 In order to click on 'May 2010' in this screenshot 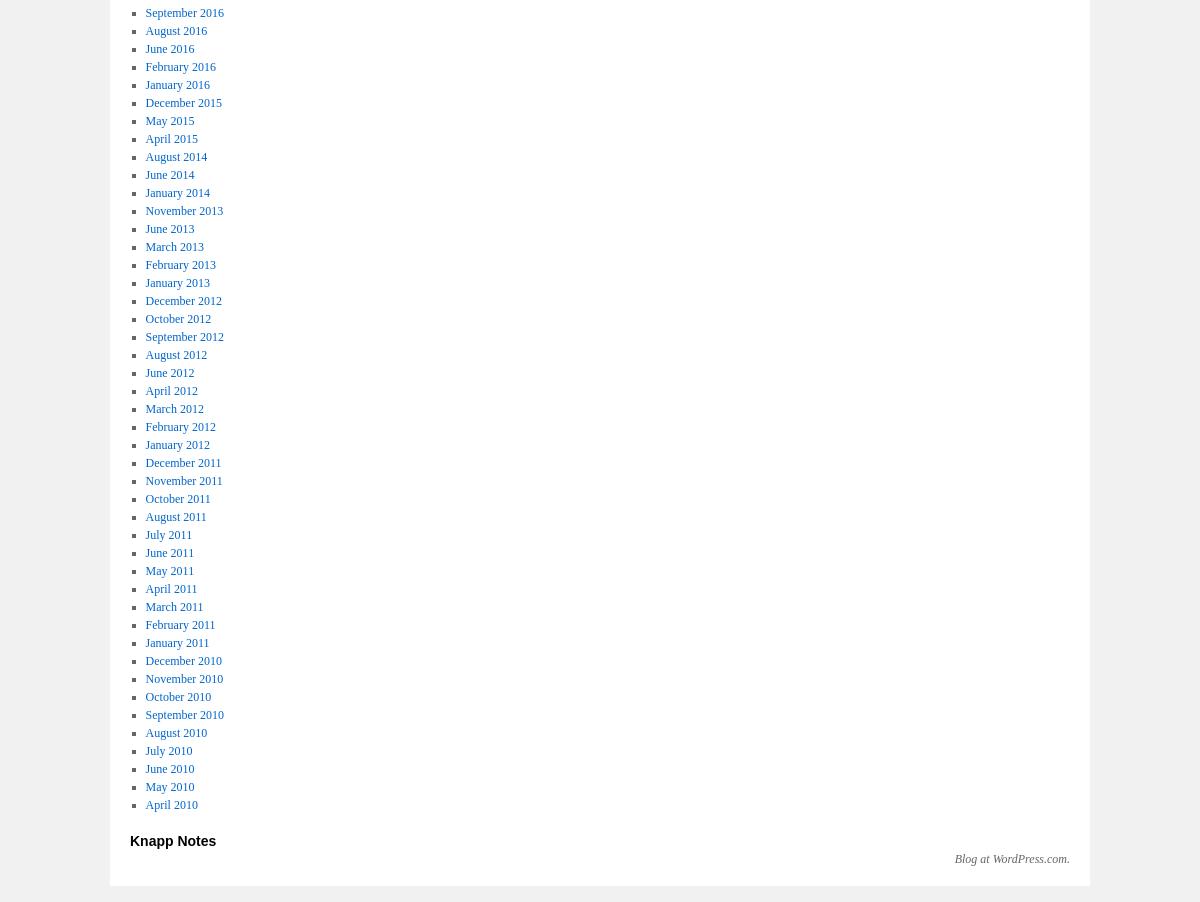, I will do `click(168, 785)`.